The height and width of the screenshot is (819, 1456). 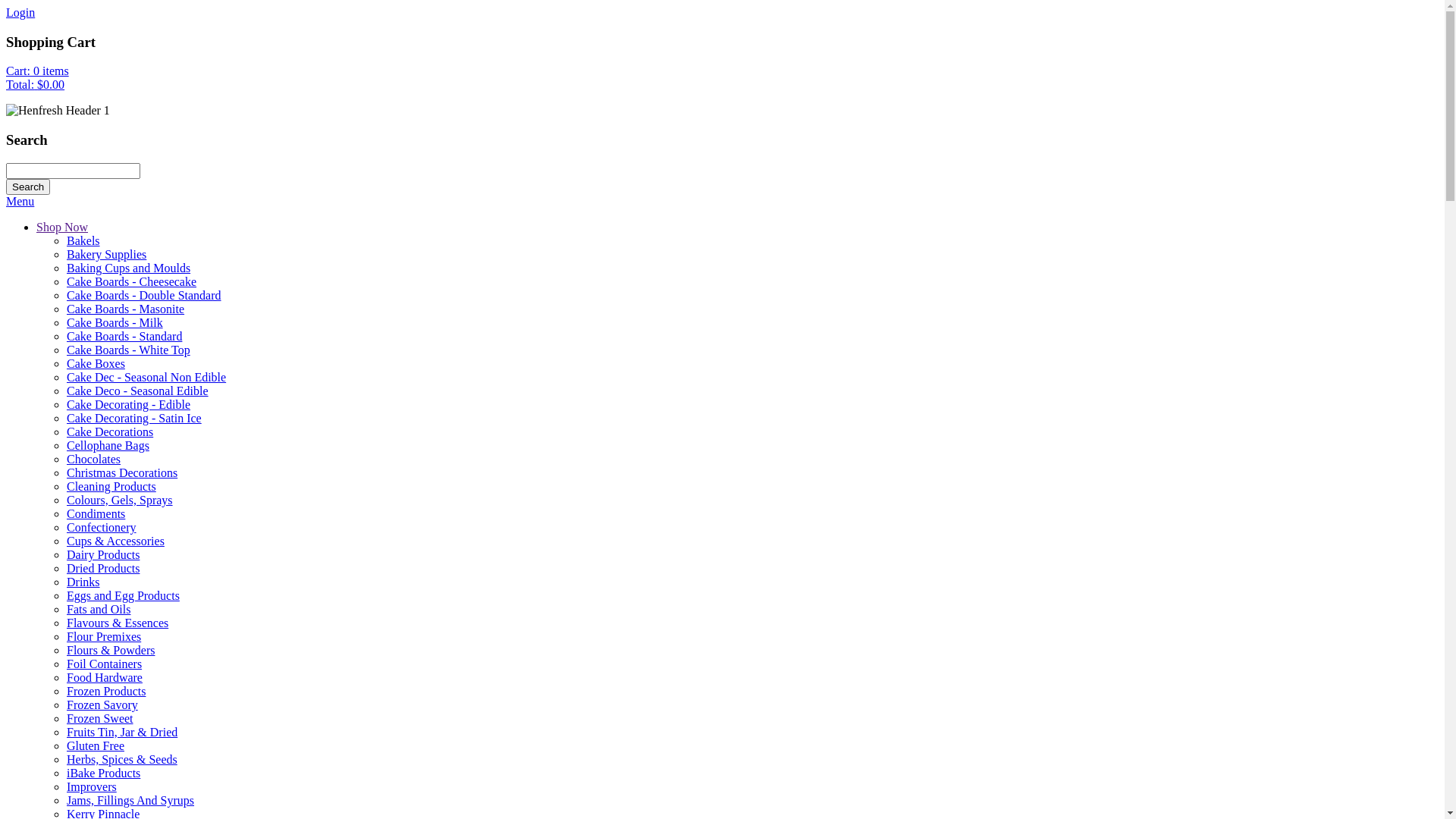 I want to click on 'Flavours & Essences', so click(x=116, y=623).